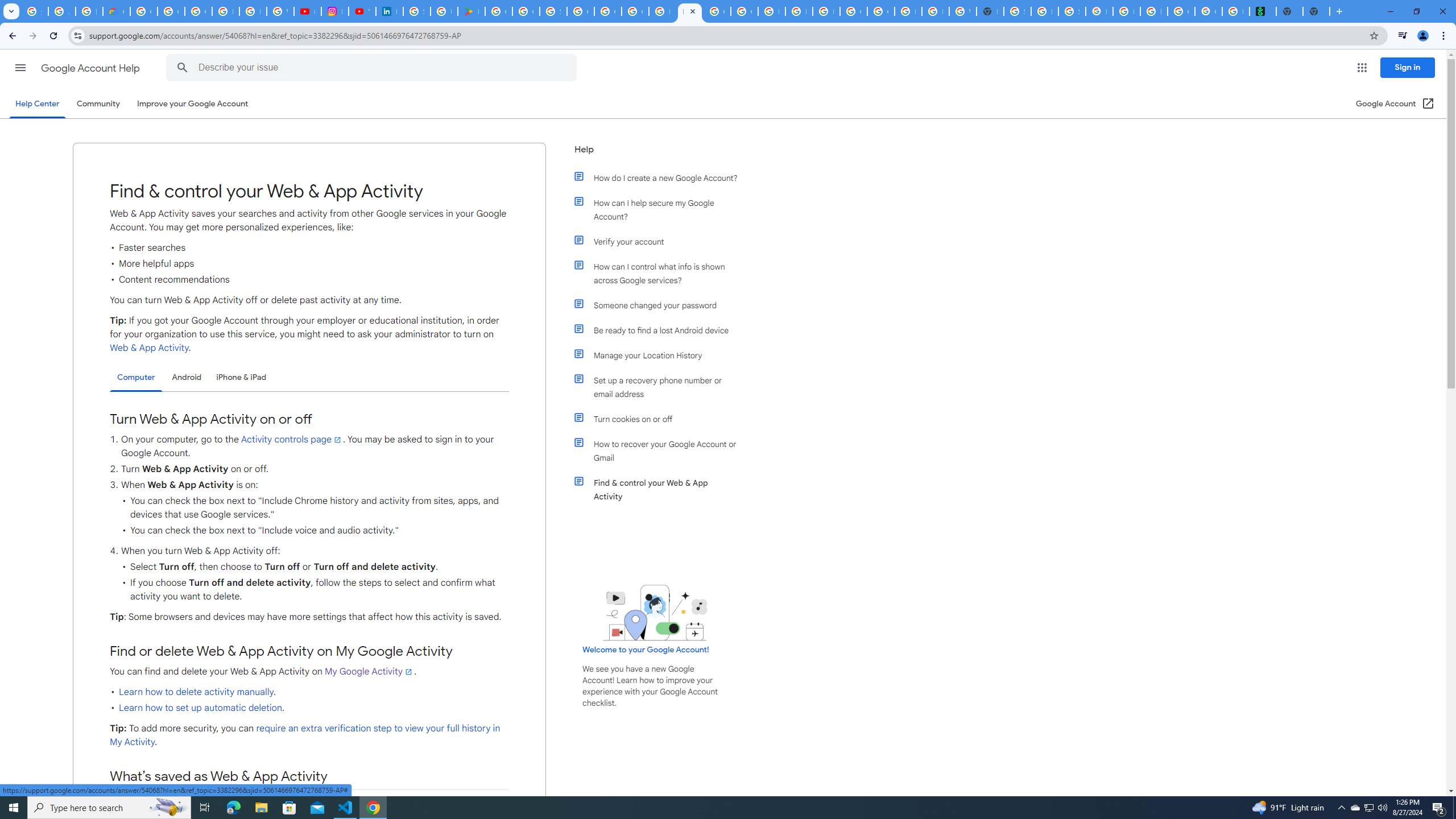  What do you see at coordinates (91, 68) in the screenshot?
I see `'Google Account Help'` at bounding box center [91, 68].